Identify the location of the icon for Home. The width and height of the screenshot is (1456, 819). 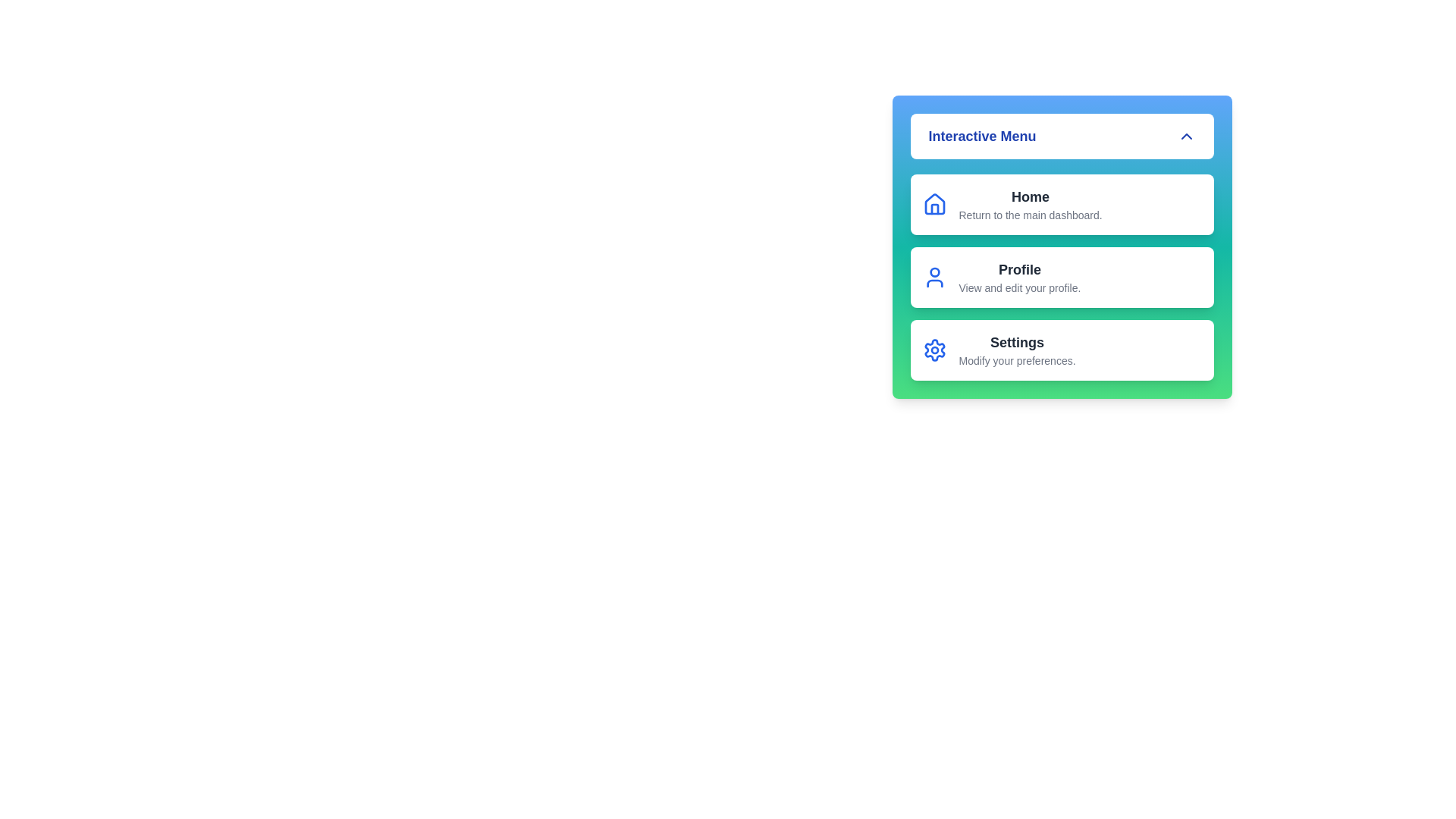
(934, 205).